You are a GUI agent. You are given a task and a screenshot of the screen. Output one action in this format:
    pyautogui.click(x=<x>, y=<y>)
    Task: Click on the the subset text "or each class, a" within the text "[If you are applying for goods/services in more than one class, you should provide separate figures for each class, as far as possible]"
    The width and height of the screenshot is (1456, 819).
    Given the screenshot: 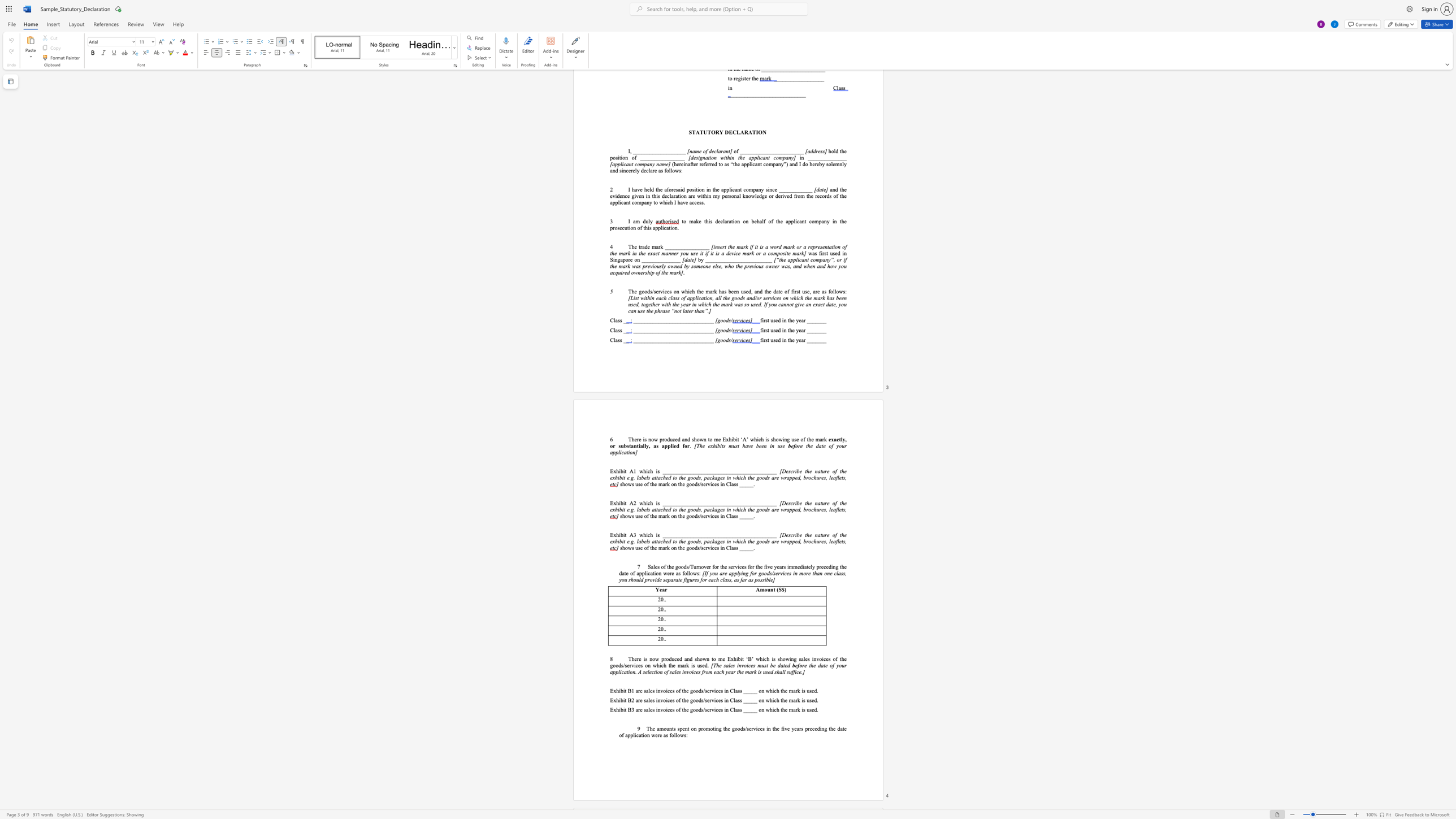 What is the action you would take?
    pyautogui.click(x=701, y=580)
    